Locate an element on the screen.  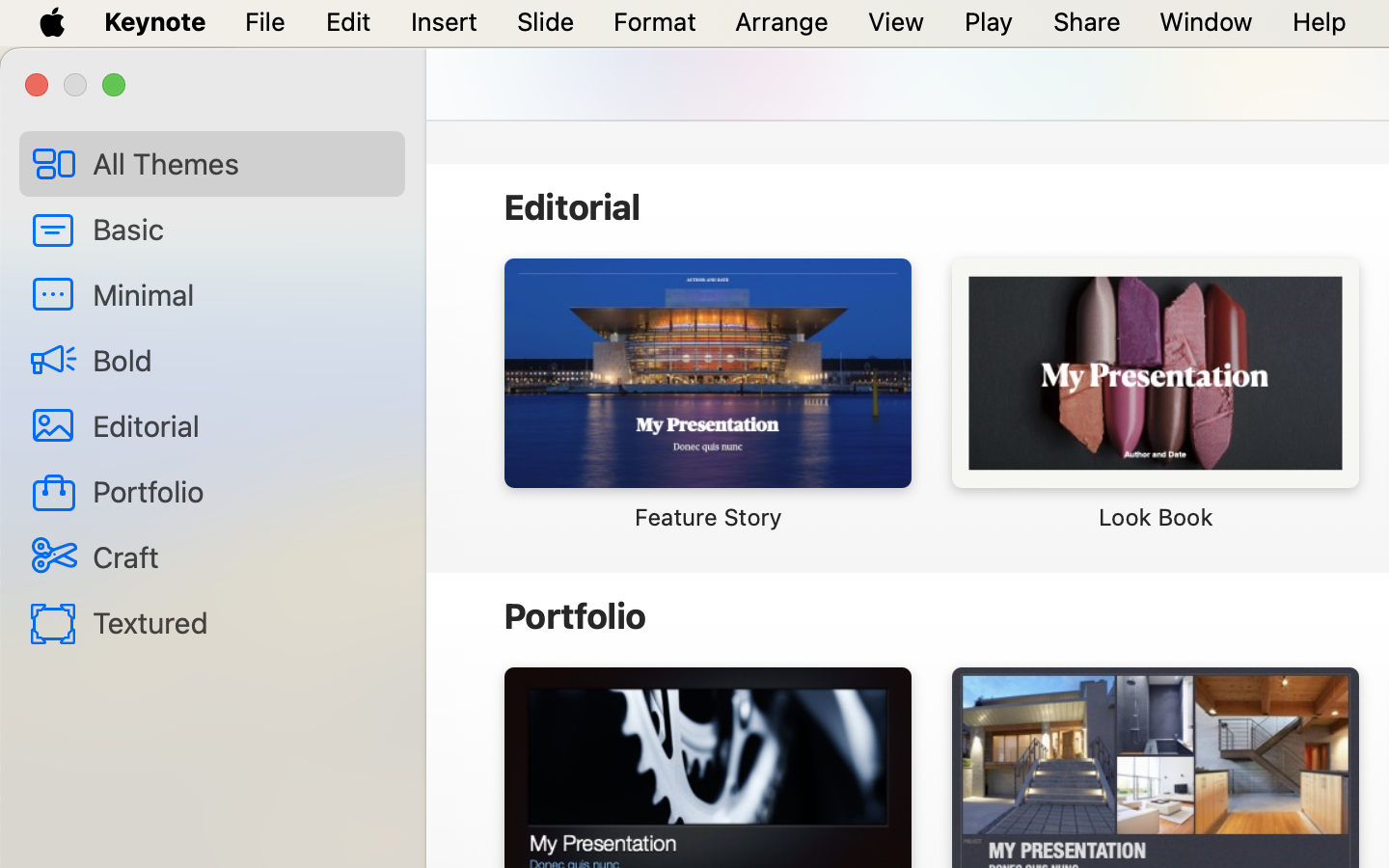
'Textured' is located at coordinates (239, 622).